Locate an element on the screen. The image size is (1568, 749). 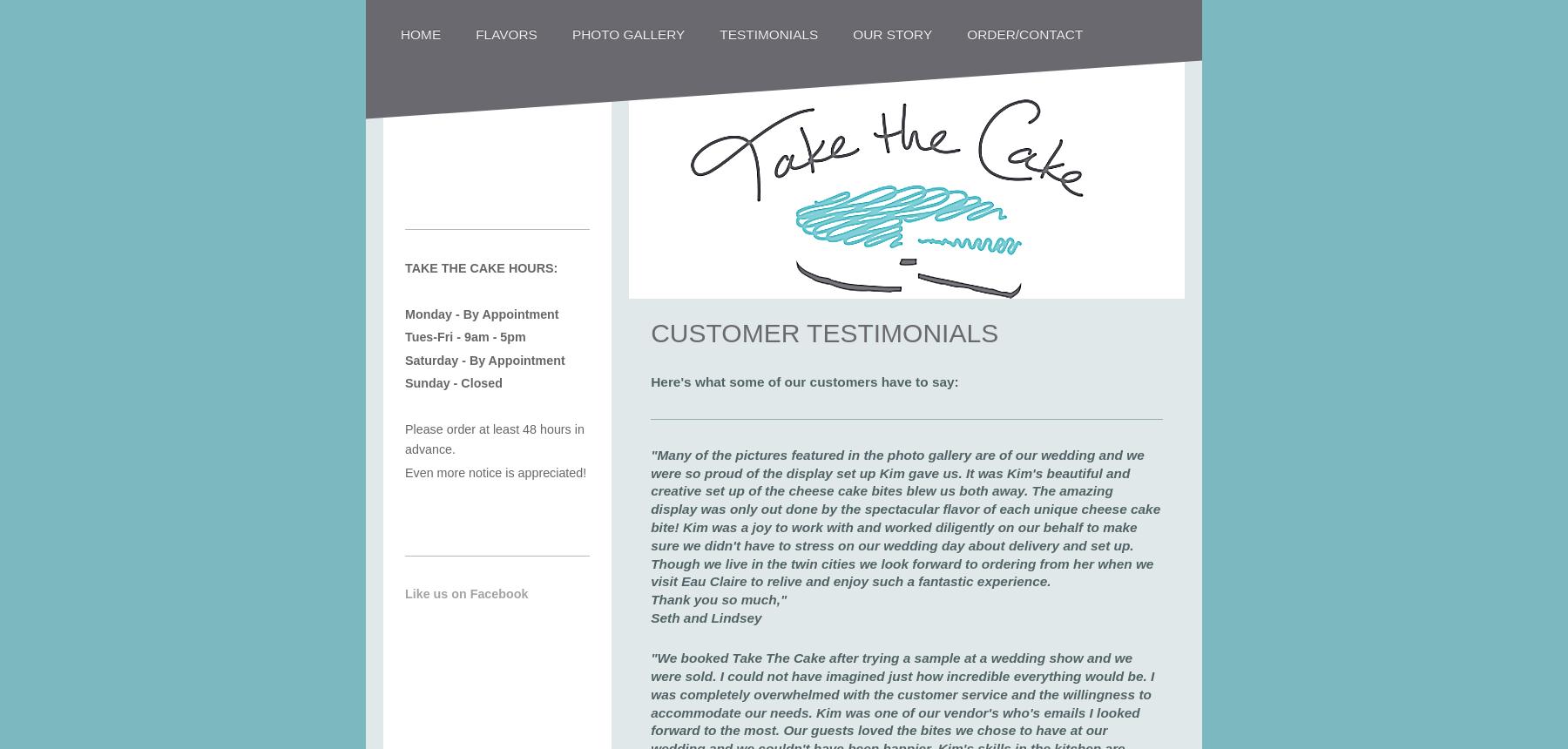
'Our Story' is located at coordinates (892, 33).